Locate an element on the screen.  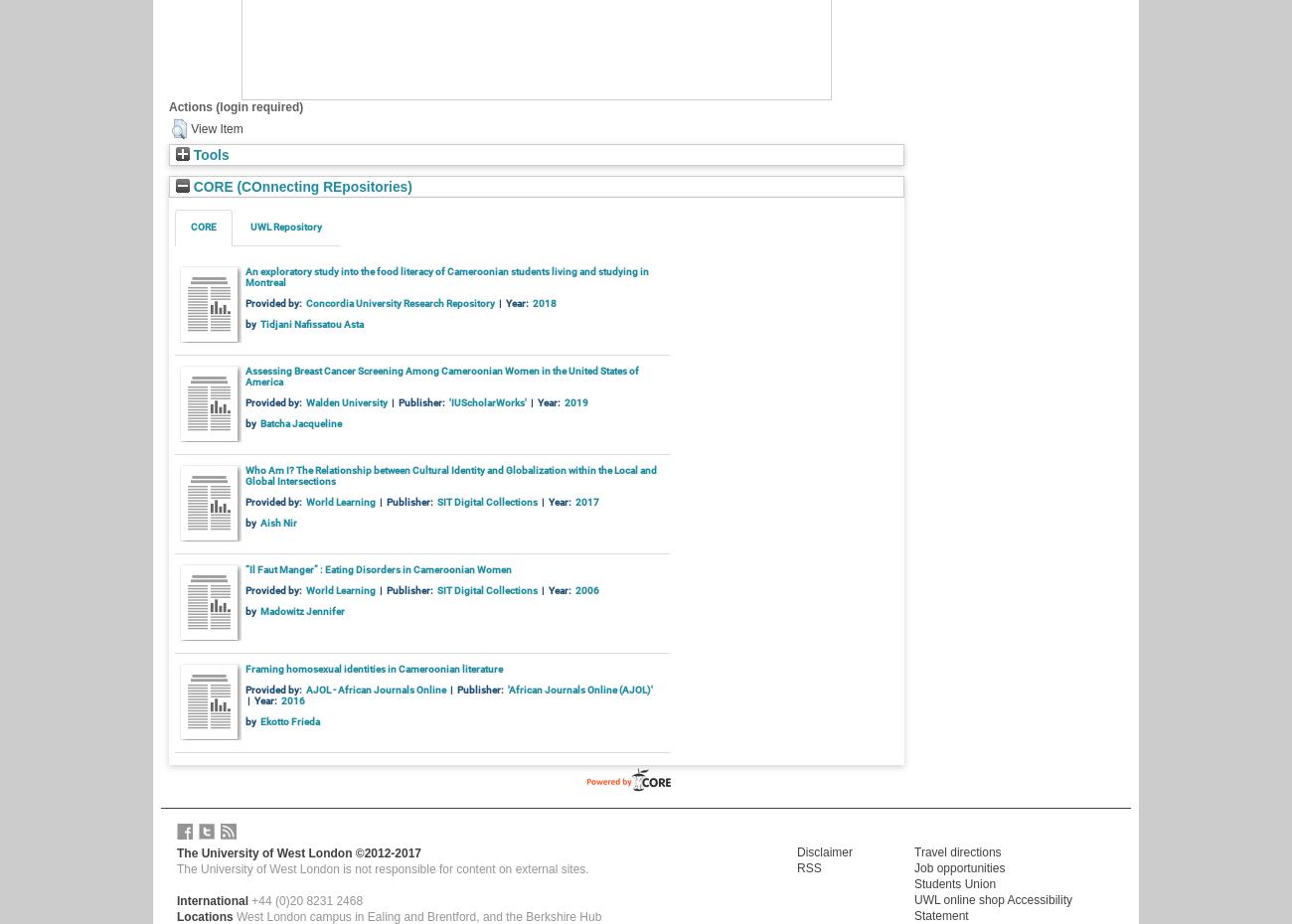
'The University of West London ©2012-2017' is located at coordinates (176, 852).